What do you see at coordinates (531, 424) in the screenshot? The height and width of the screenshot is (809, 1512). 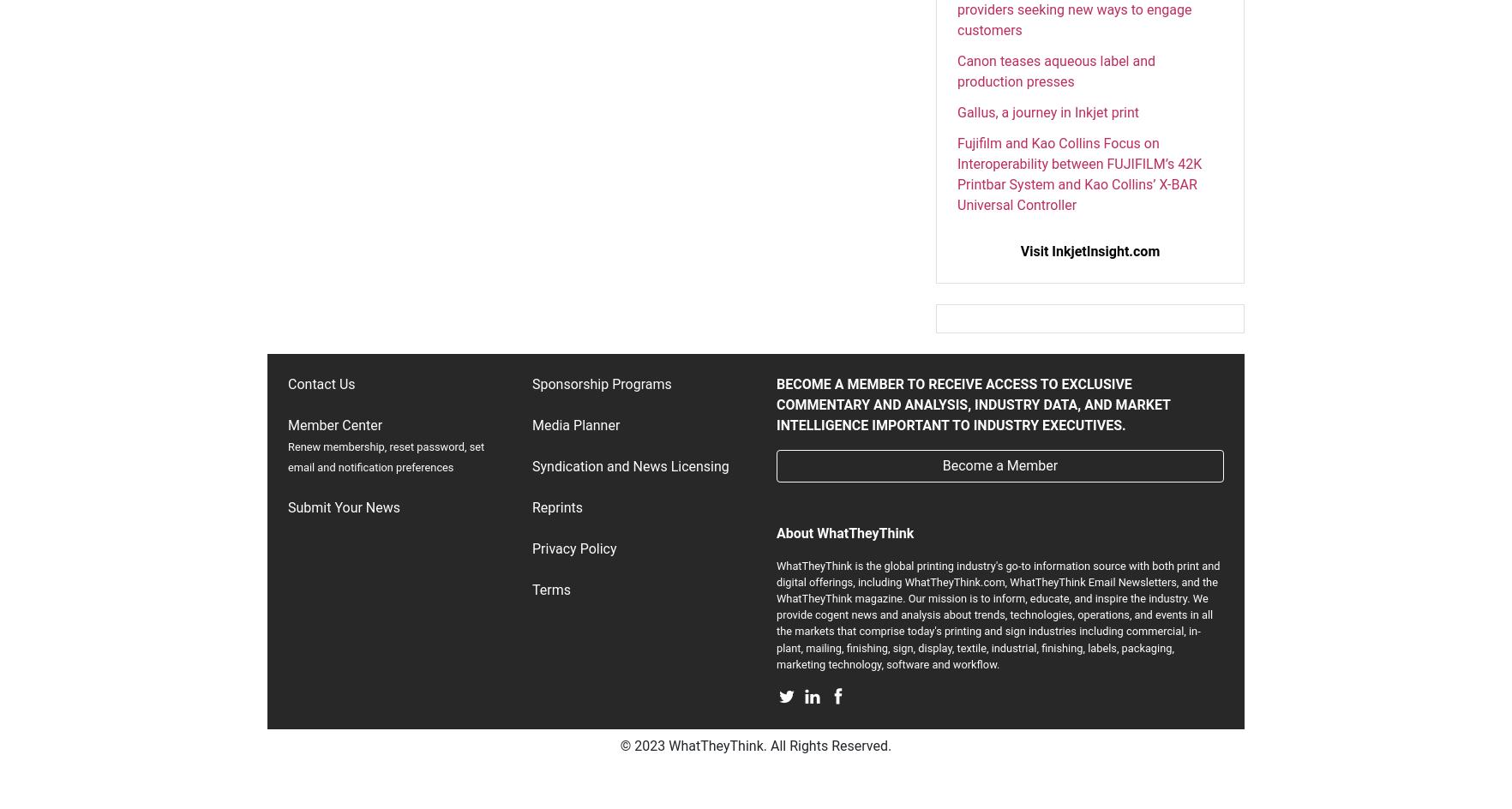 I see `'Media Planner'` at bounding box center [531, 424].